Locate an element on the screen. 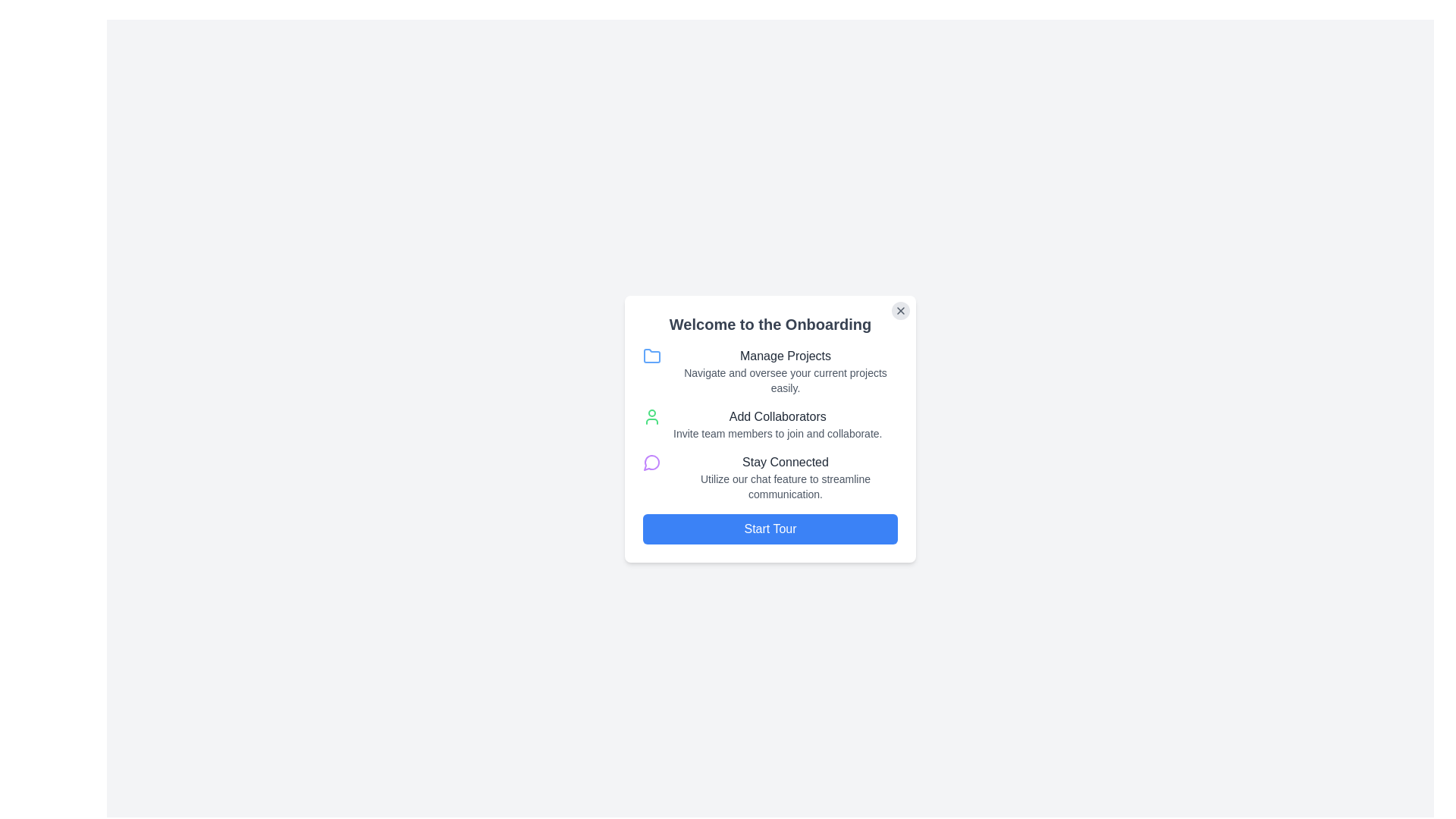  the informational text block that contains the header 'Add Collaborators' and the description 'Invite team members to join and collaborate.' is located at coordinates (777, 424).